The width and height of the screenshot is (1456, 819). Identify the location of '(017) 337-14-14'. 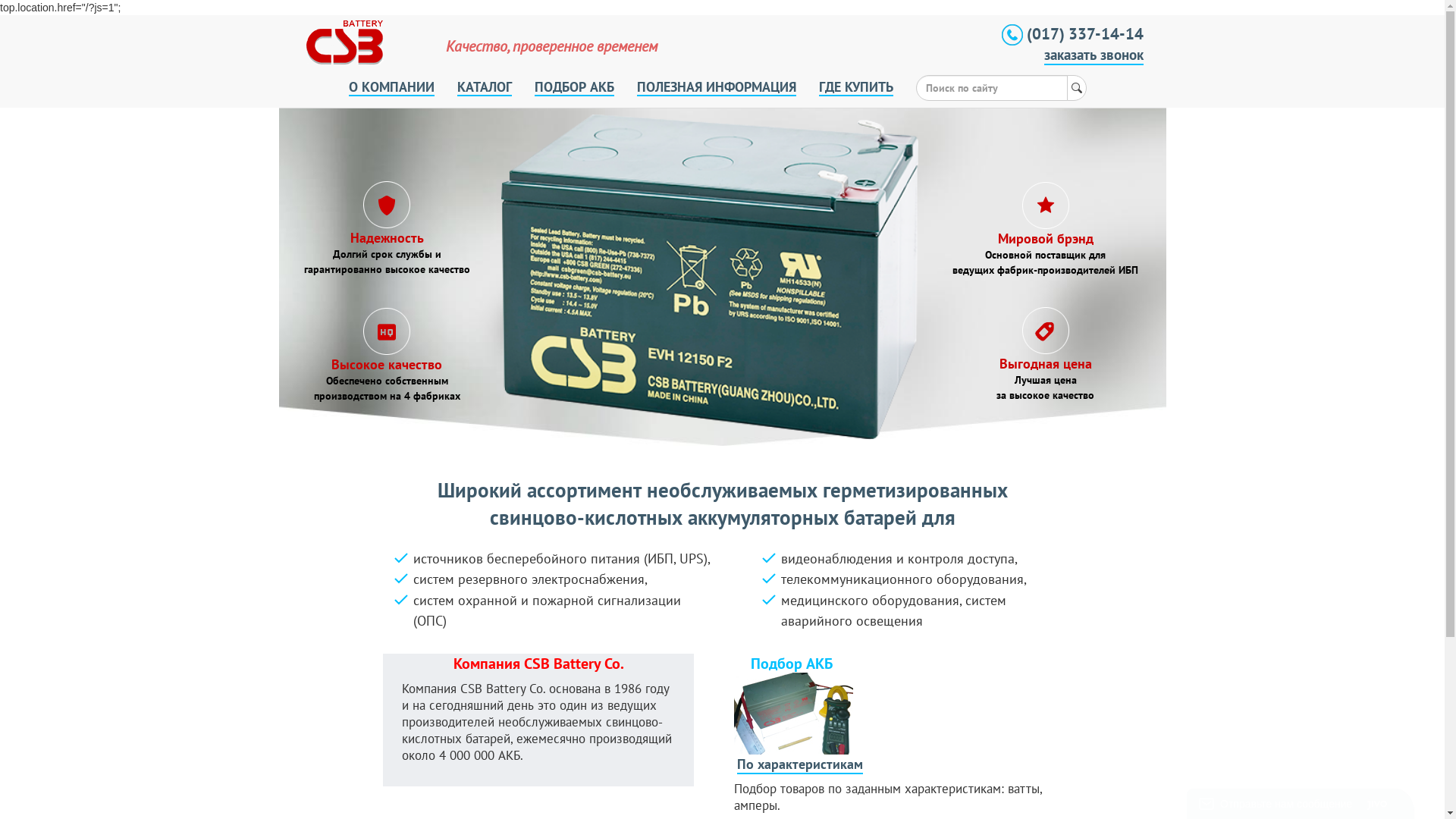
(1001, 33).